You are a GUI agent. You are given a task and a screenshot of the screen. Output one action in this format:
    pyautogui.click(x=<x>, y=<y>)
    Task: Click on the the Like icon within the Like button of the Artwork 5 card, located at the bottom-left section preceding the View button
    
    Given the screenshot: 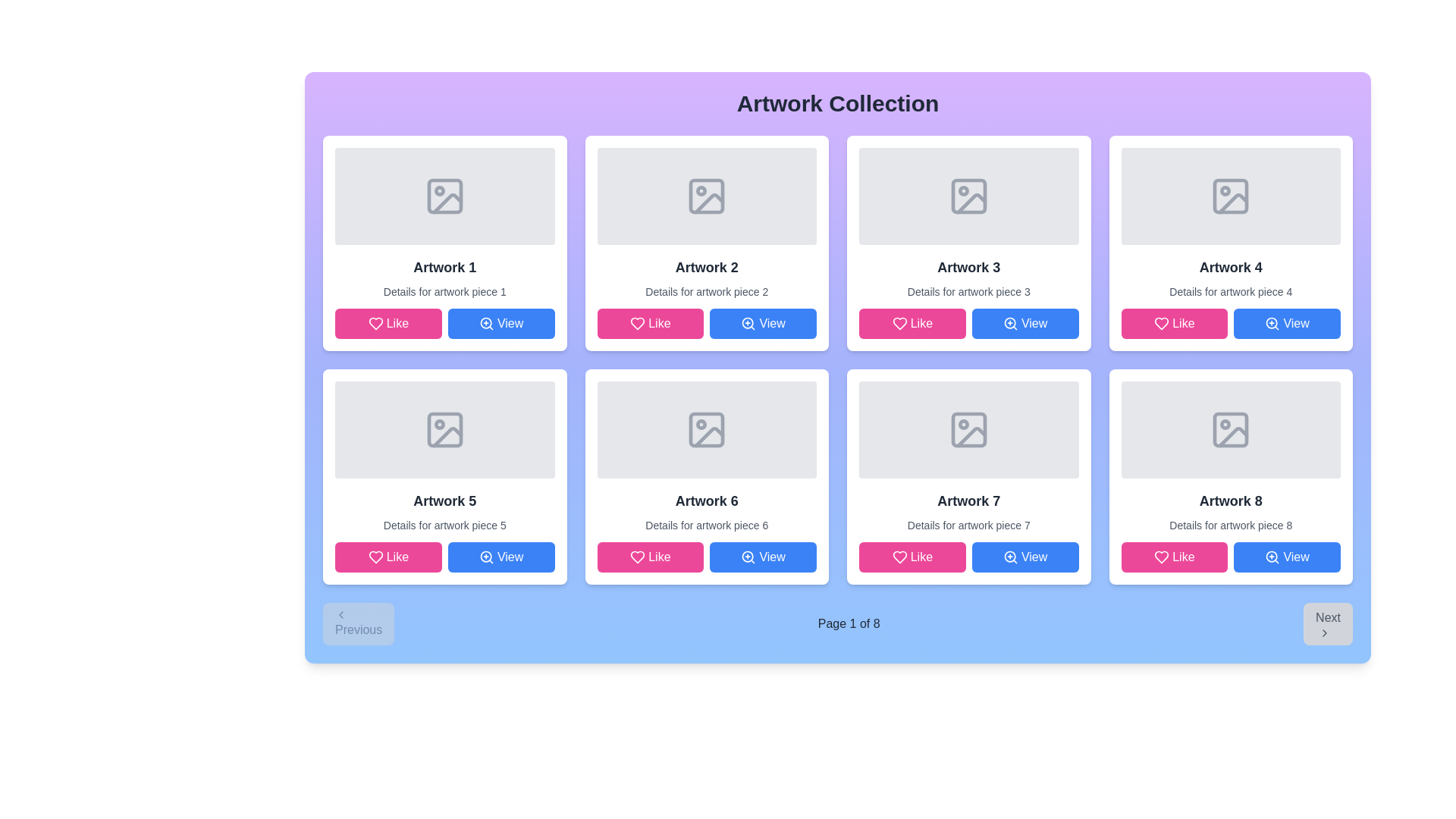 What is the action you would take?
    pyautogui.click(x=375, y=557)
    